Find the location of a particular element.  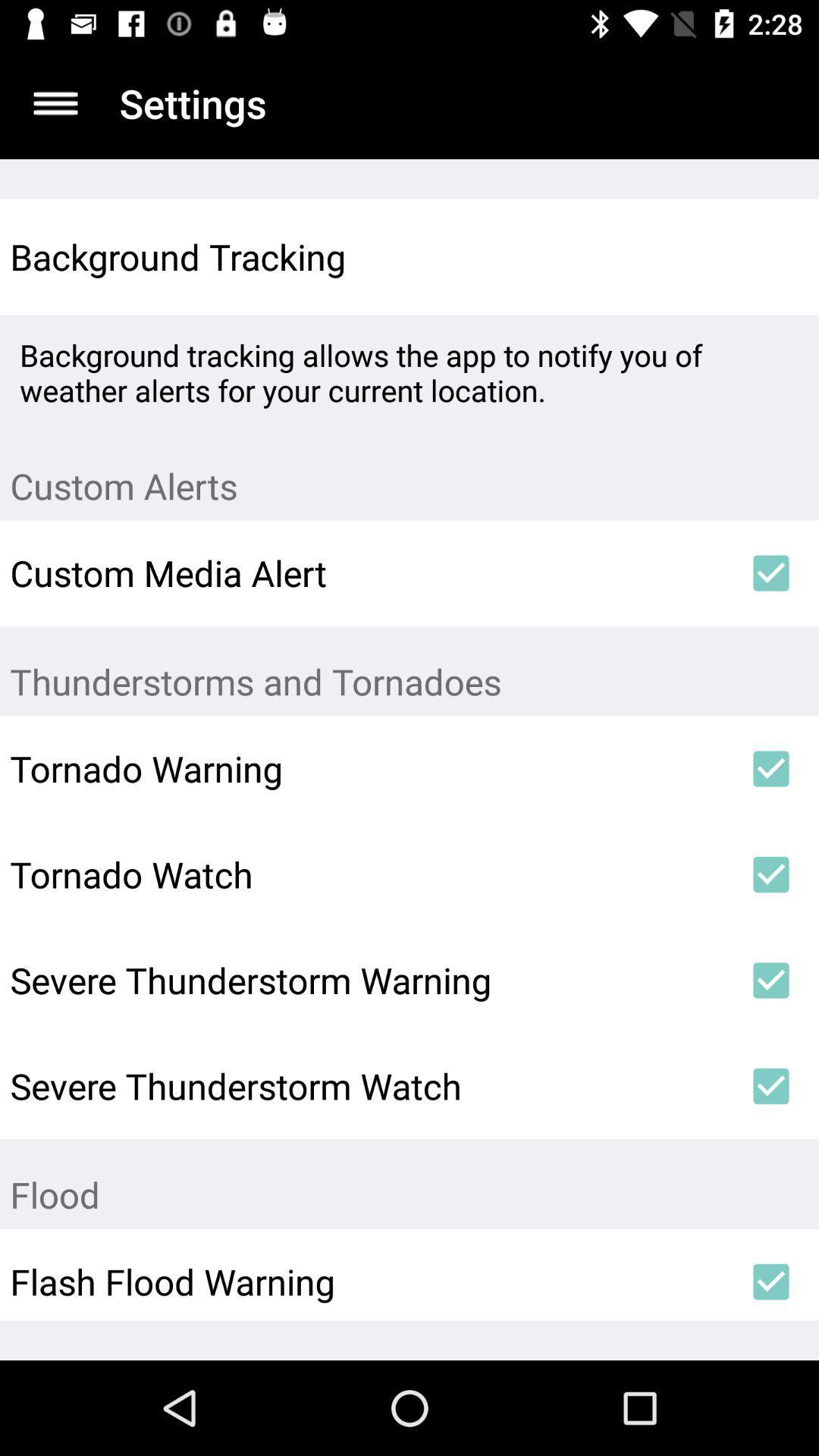

the icon above the background tracking allows icon is located at coordinates (771, 257).